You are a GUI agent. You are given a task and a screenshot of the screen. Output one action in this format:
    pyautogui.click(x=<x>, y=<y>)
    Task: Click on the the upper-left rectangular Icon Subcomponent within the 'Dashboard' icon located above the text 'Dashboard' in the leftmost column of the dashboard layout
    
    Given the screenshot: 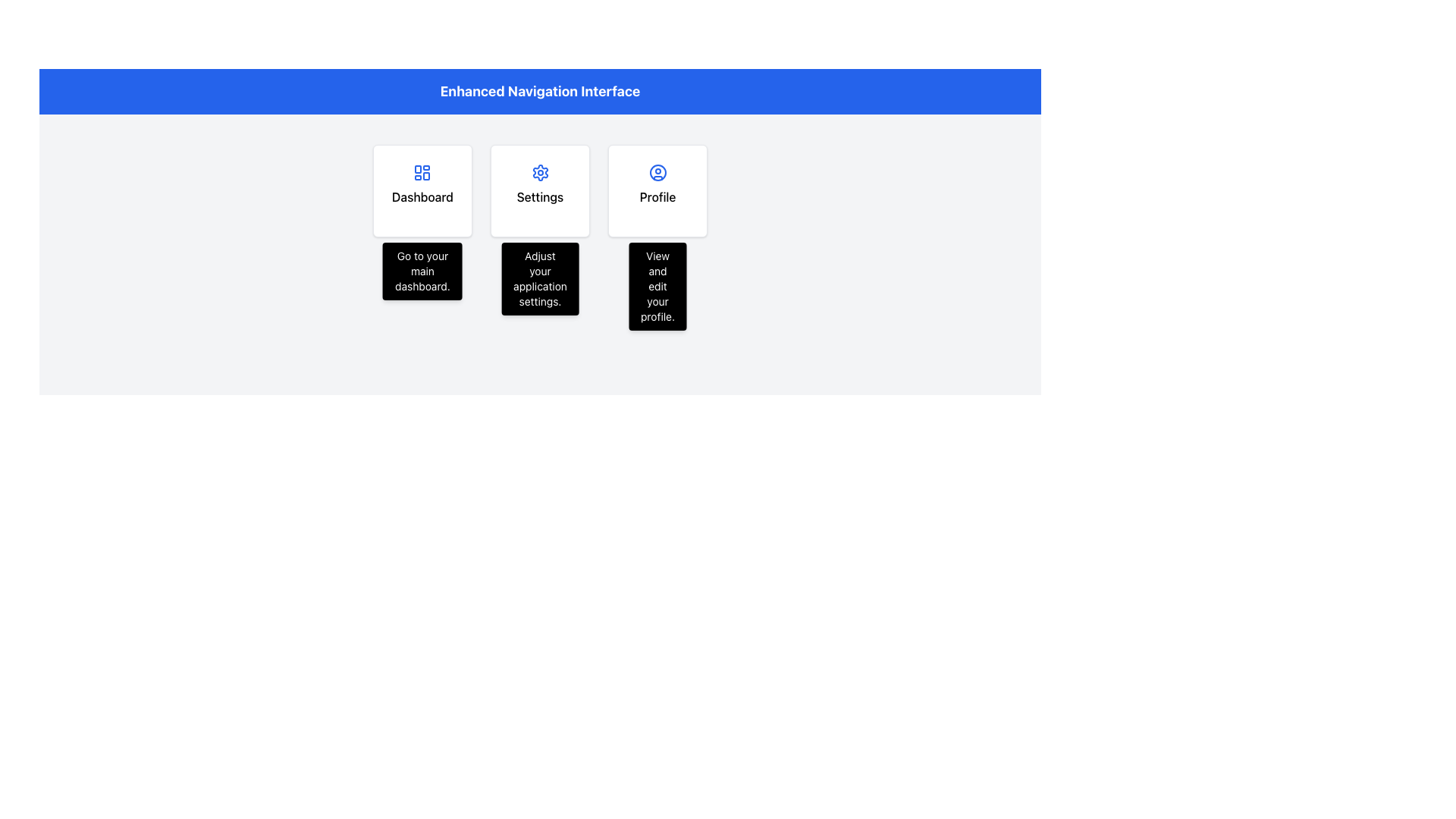 What is the action you would take?
    pyautogui.click(x=419, y=169)
    